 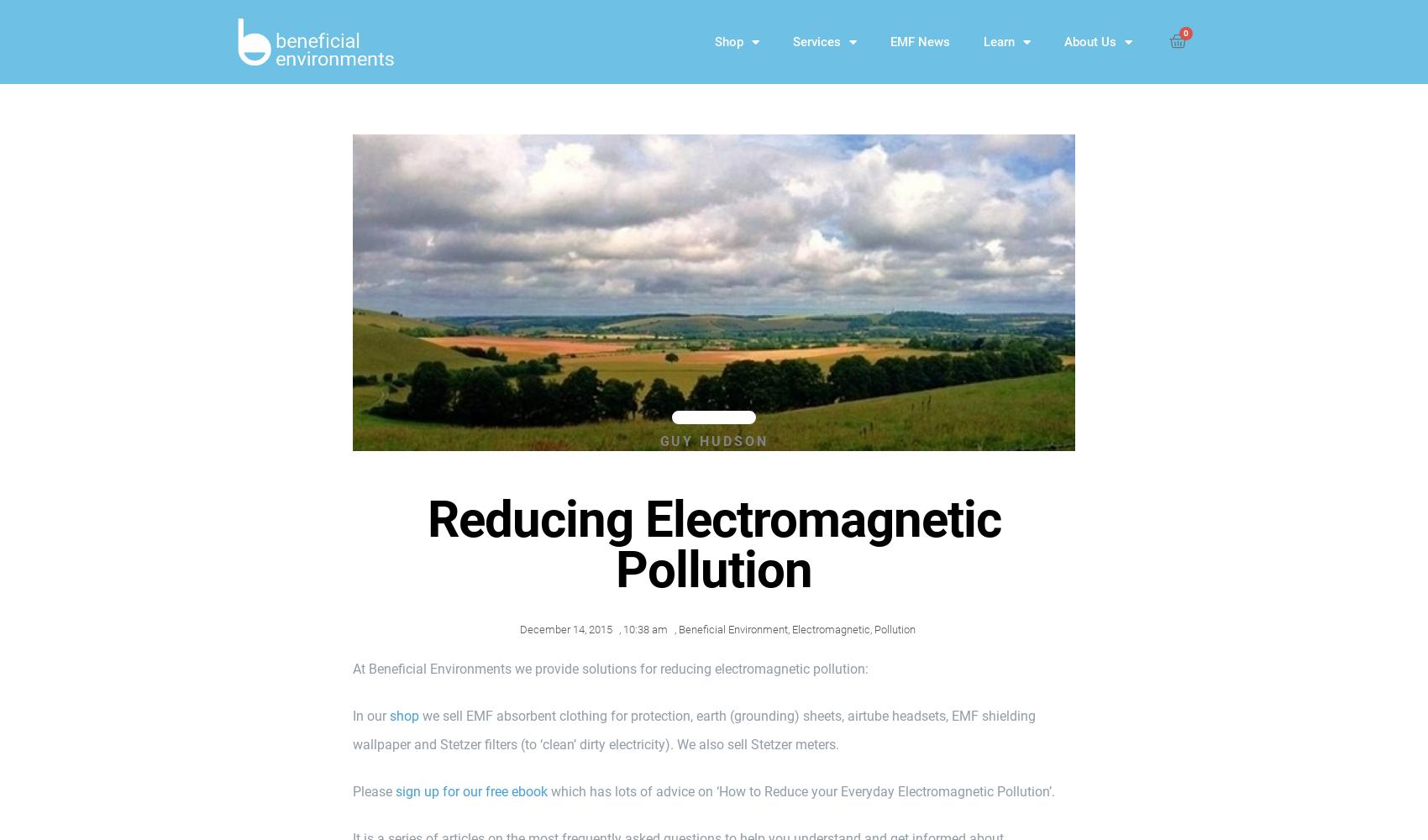 What do you see at coordinates (732, 627) in the screenshot?
I see `'Beneficial Environment'` at bounding box center [732, 627].